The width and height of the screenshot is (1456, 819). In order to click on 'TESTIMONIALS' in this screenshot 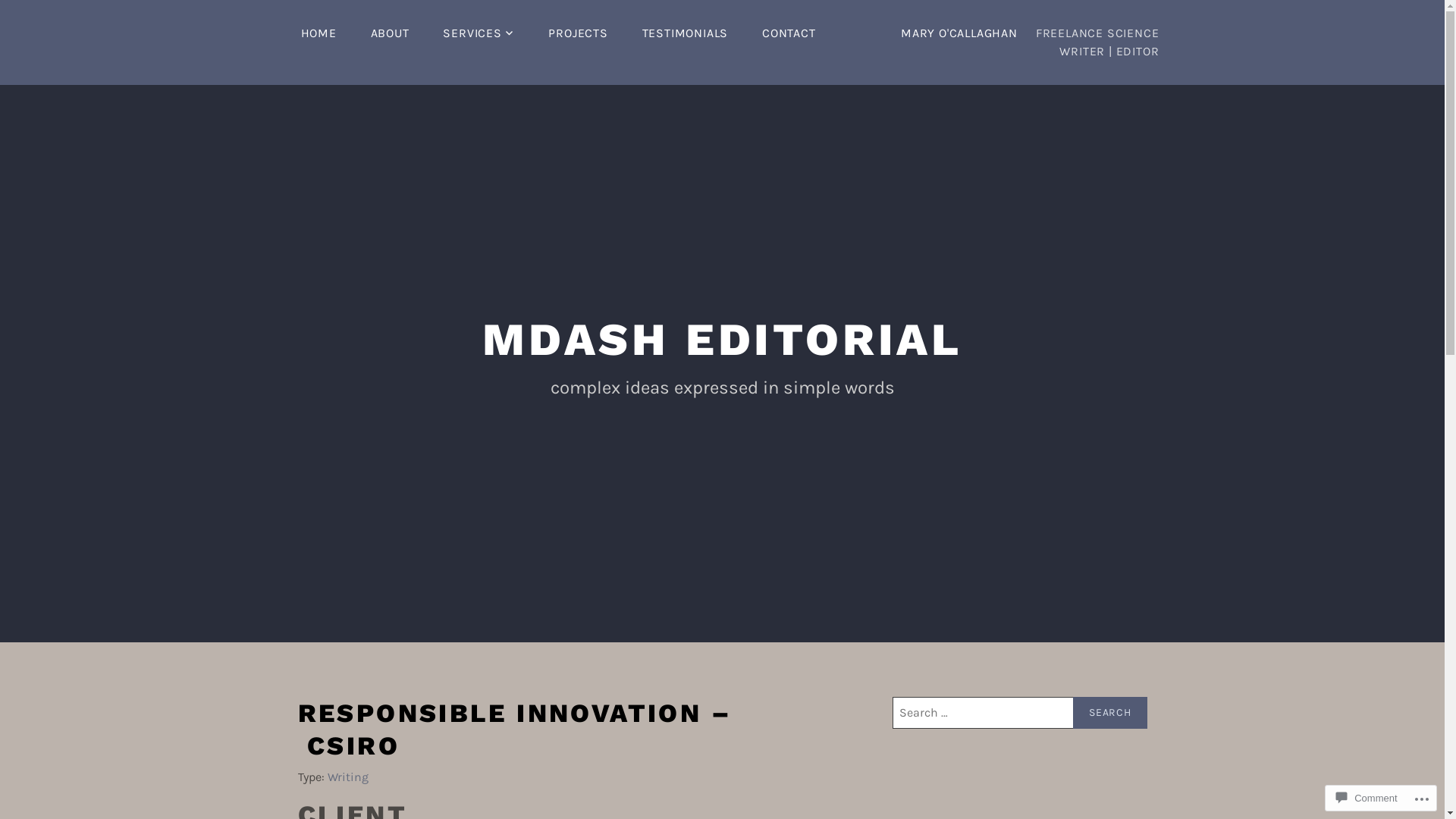, I will do `click(626, 33)`.